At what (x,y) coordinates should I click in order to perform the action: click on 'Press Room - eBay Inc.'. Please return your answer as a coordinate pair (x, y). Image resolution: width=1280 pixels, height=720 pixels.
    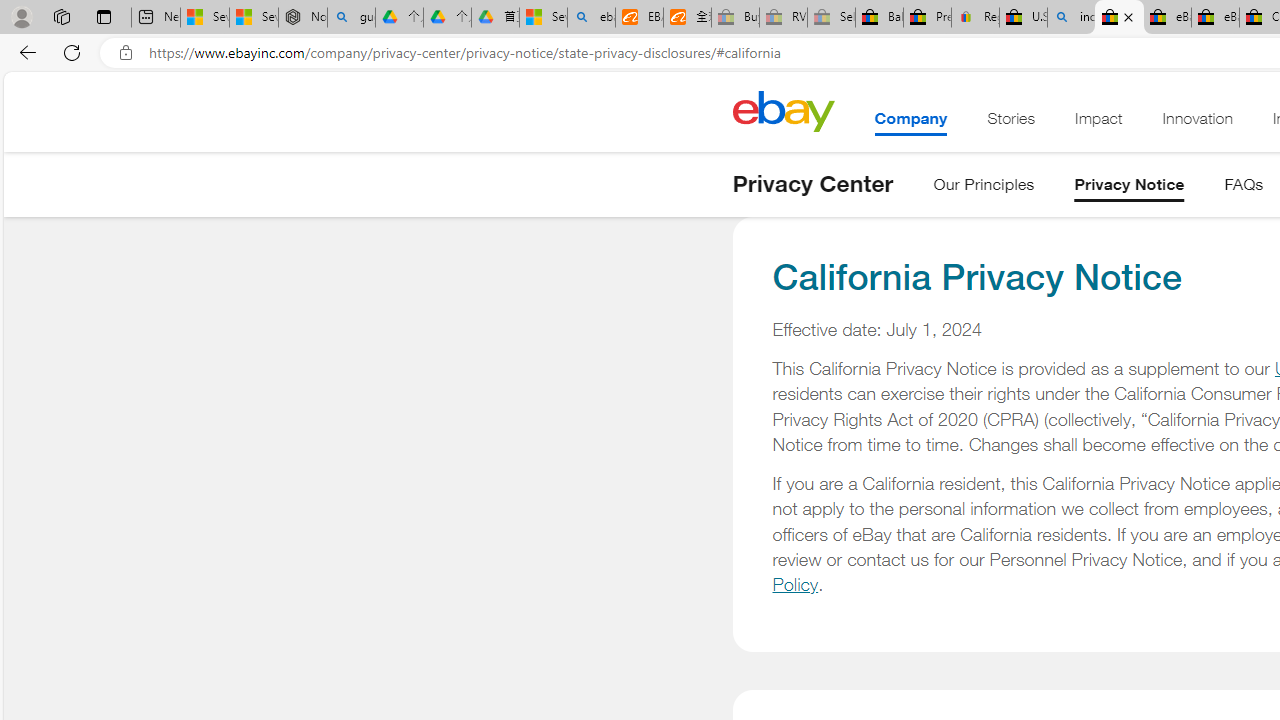
    Looking at the image, I should click on (926, 17).